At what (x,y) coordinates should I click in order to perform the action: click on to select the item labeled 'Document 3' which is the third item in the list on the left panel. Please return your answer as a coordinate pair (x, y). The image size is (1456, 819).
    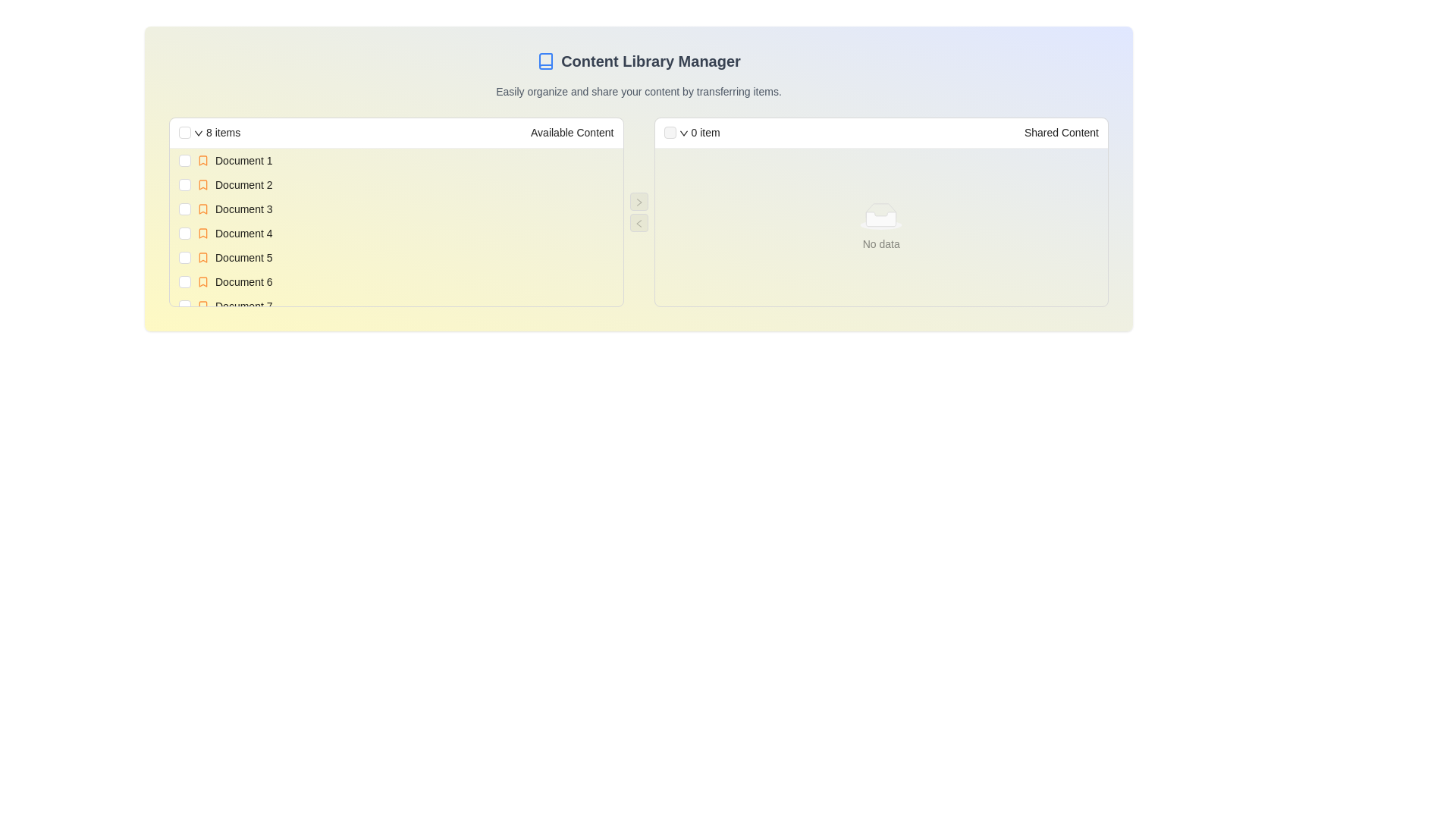
    Looking at the image, I should click on (243, 209).